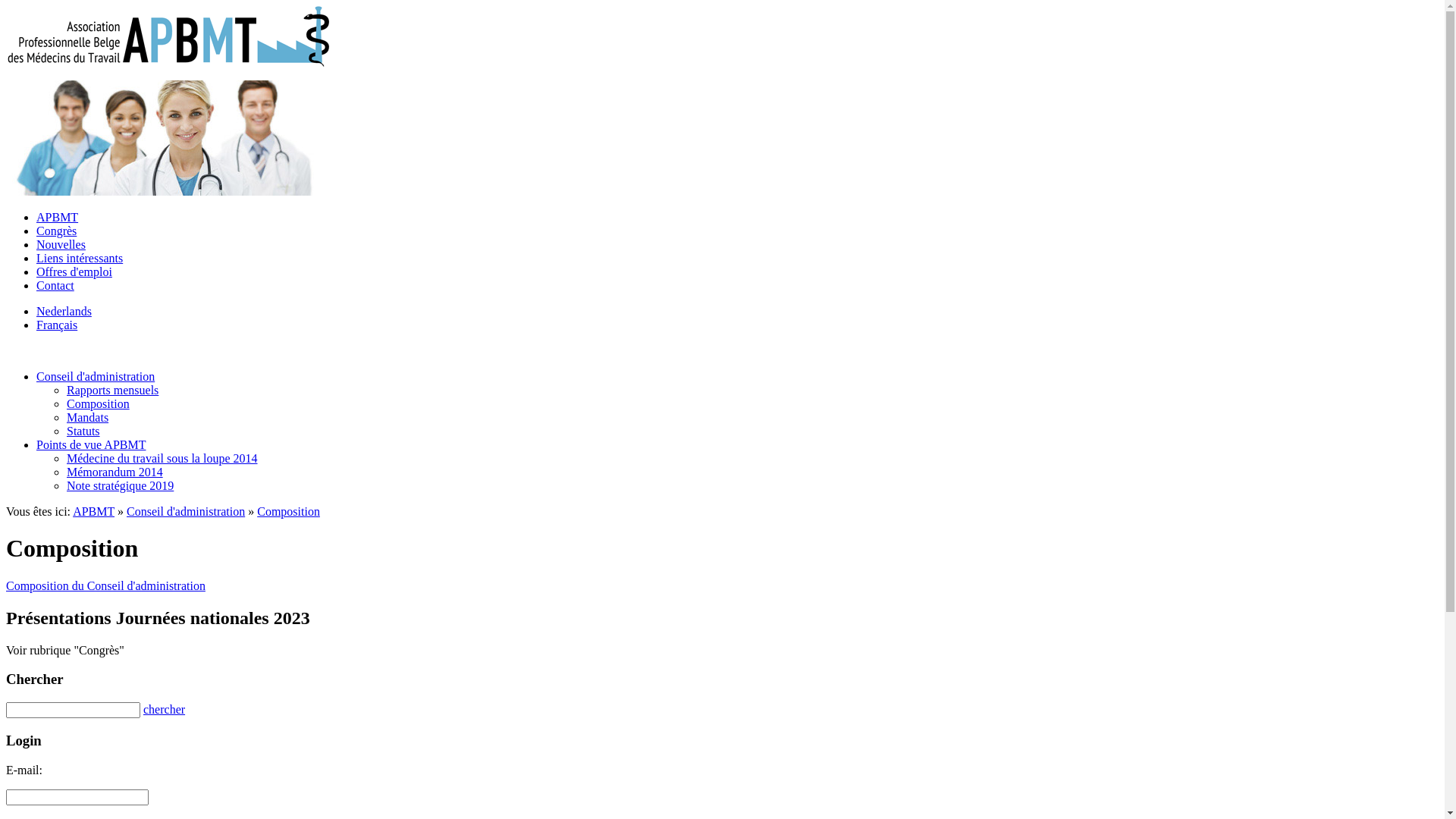 The height and width of the screenshot is (819, 1456). Describe the element at coordinates (111, 389) in the screenshot. I see `'Rapports mensuels'` at that location.